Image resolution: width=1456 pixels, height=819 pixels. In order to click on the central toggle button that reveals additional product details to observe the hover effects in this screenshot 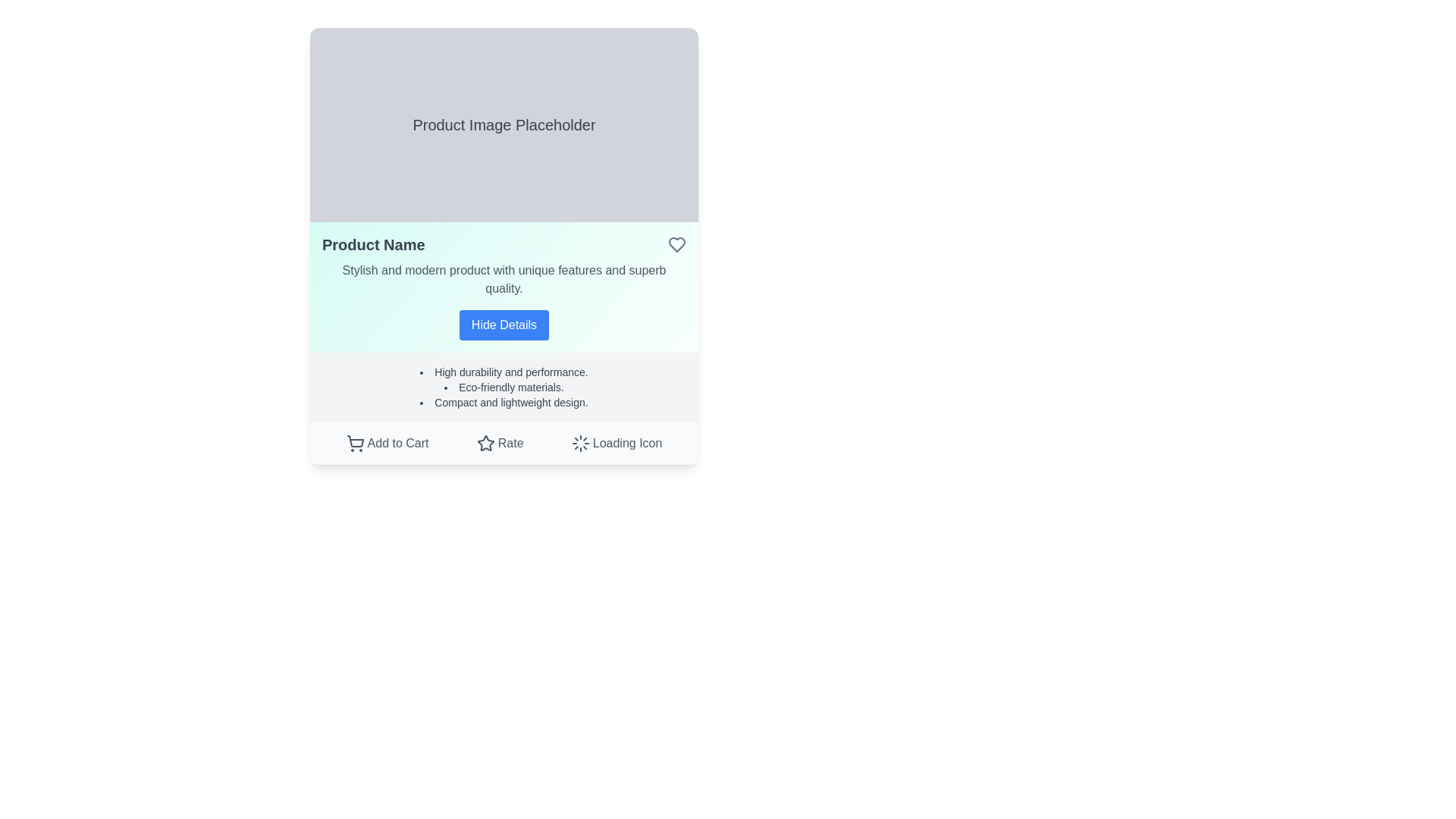, I will do `click(504, 324)`.